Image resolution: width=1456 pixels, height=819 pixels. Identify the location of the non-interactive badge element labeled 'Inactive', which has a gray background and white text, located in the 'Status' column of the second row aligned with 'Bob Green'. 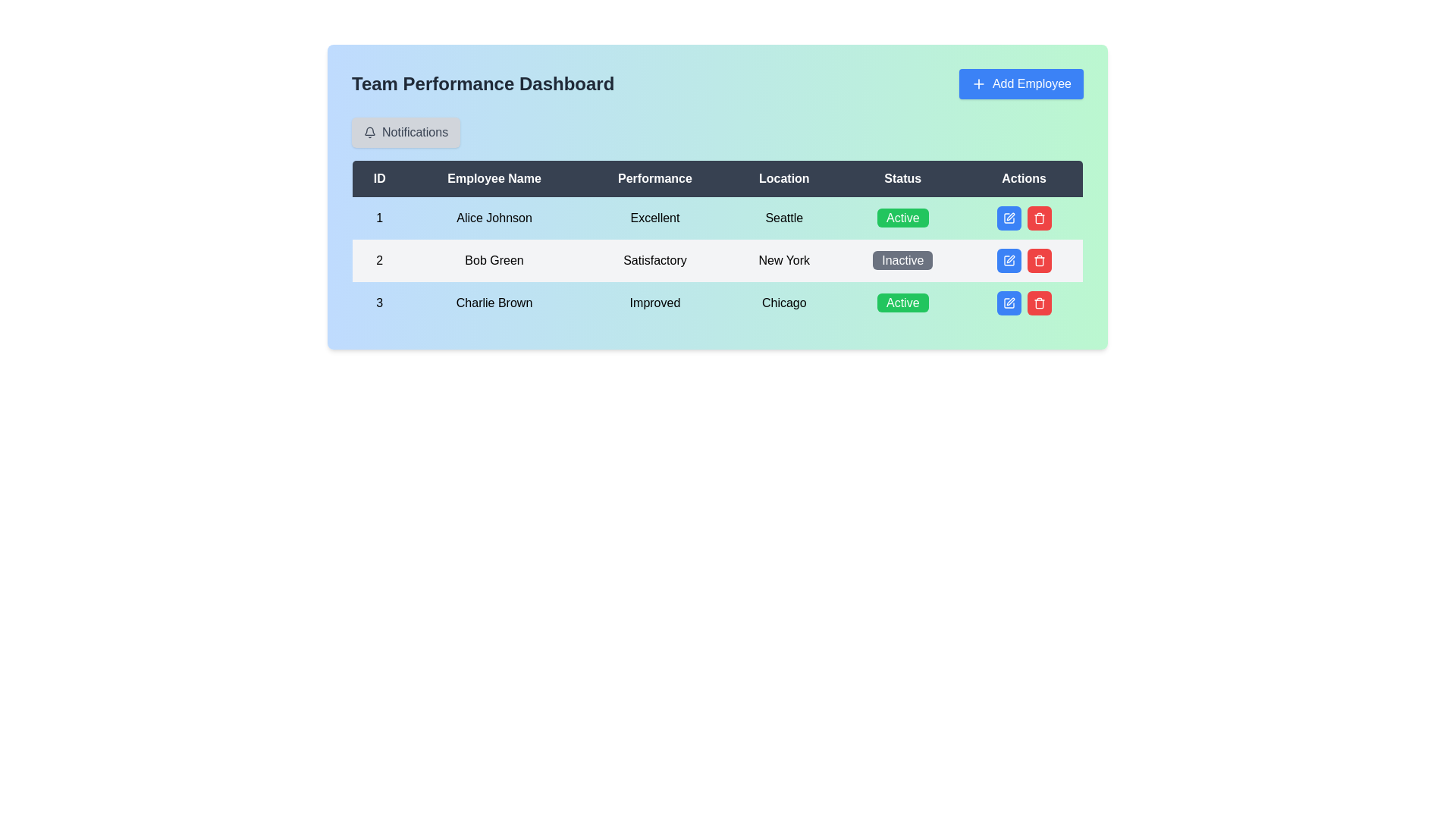
(902, 259).